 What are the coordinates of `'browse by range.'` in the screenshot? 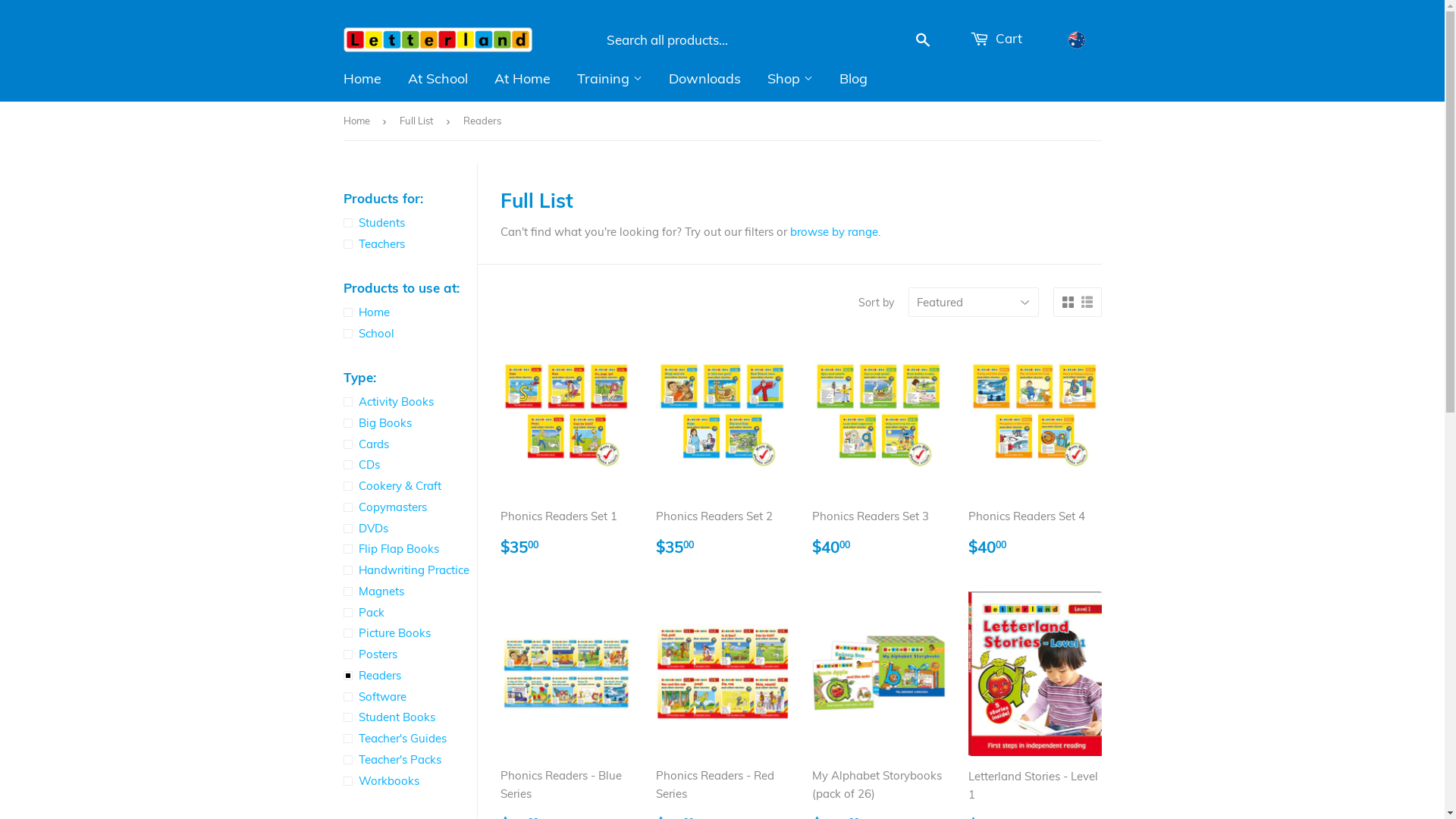 It's located at (834, 231).